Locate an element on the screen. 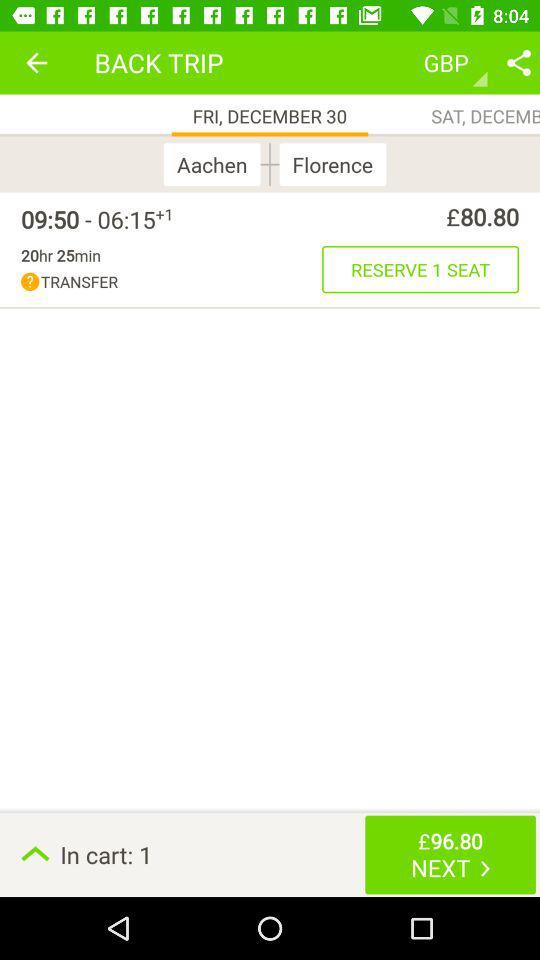 The height and width of the screenshot is (960, 540). 09 50 06 icon is located at coordinates (87, 219).